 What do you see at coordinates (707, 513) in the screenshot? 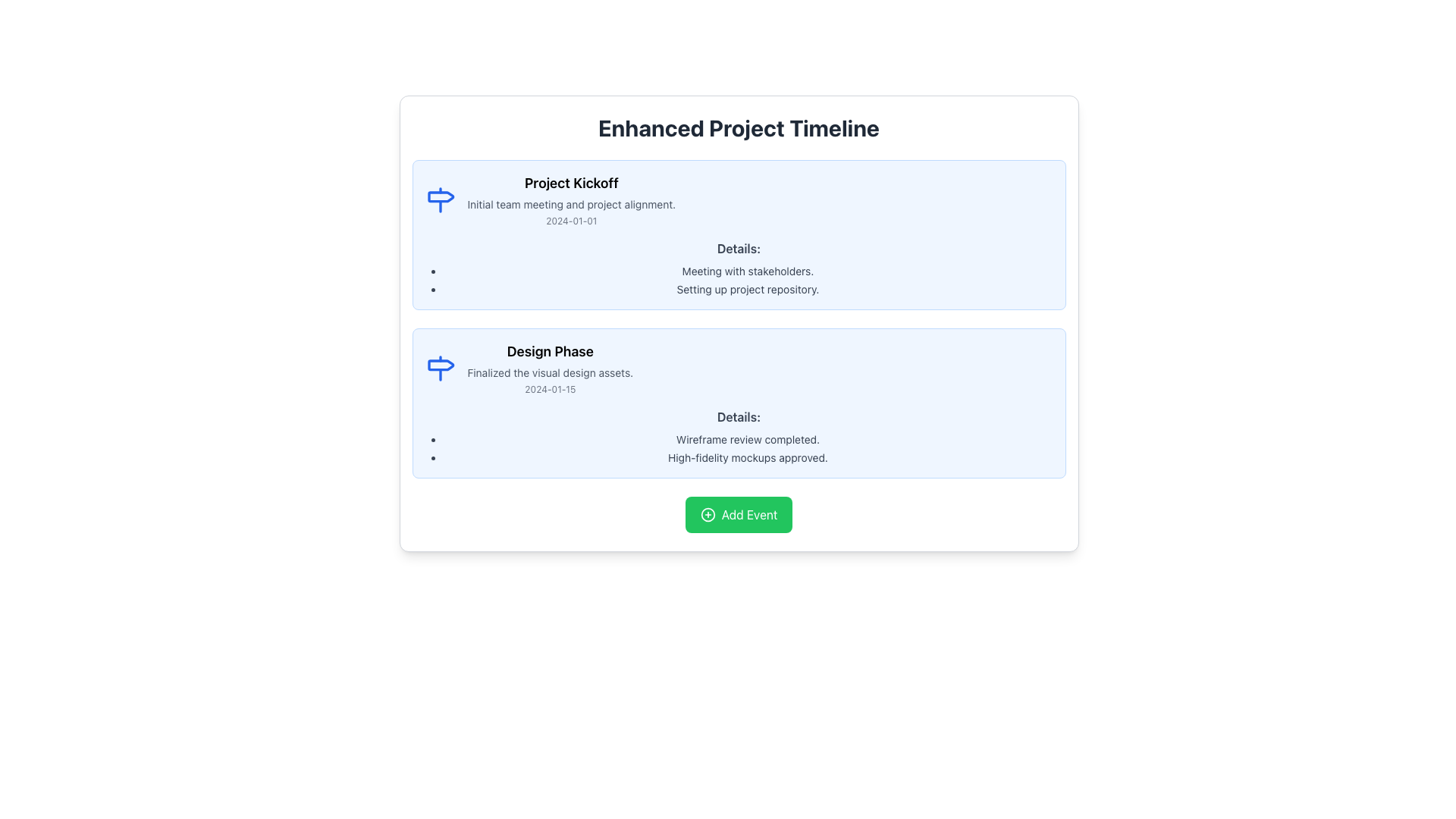
I see `the 'Add Event' icon located centrally within the button for accessibility purposes` at bounding box center [707, 513].